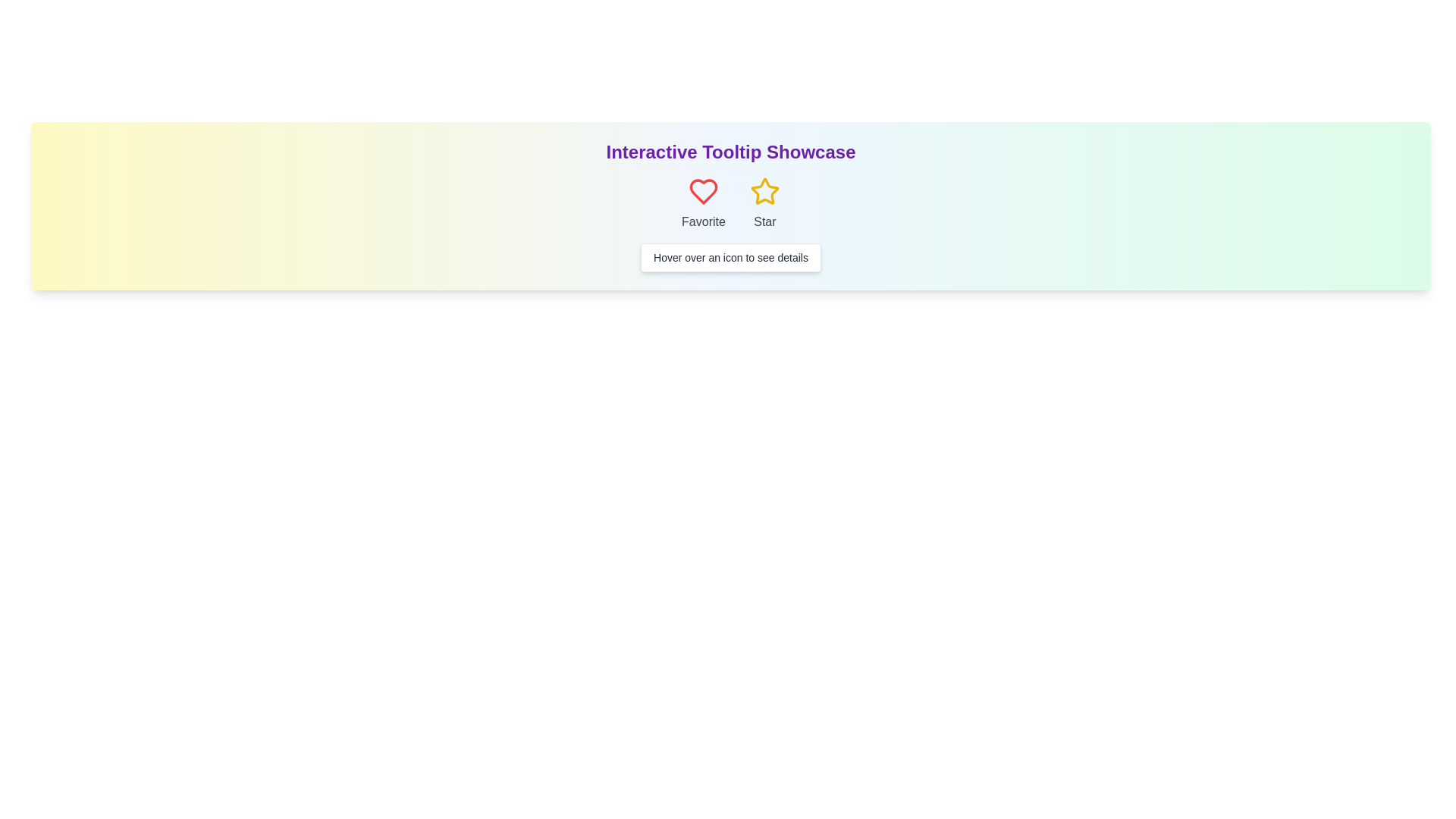  I want to click on the text element that reads 'Interactive Tooltip Showcase', which is centrally positioned at the top of its section with a gradient background, so click(731, 152).